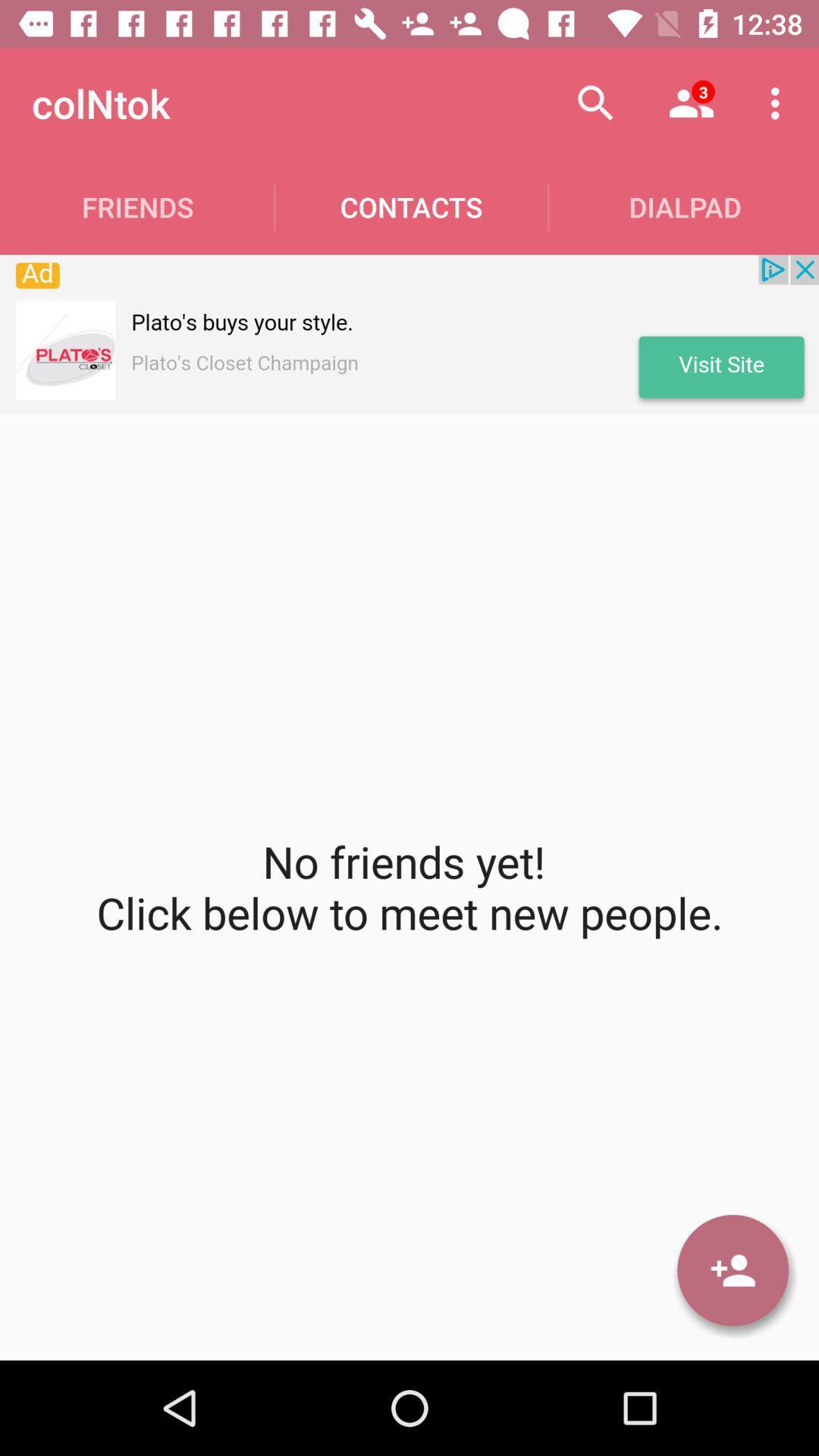 The width and height of the screenshot is (819, 1456). Describe the element at coordinates (732, 1270) in the screenshot. I see `user` at that location.